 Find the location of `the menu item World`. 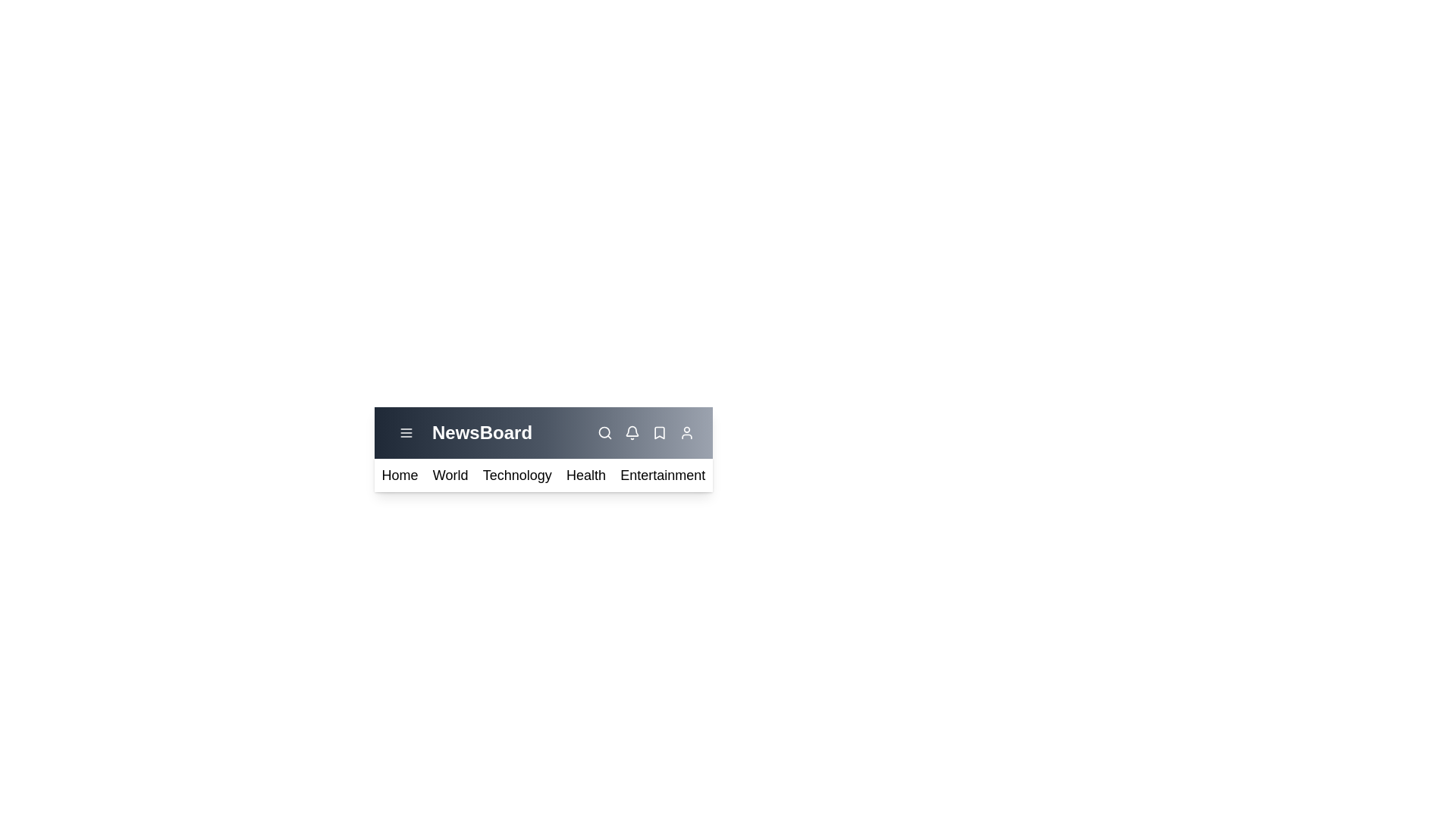

the menu item World is located at coordinates (450, 475).